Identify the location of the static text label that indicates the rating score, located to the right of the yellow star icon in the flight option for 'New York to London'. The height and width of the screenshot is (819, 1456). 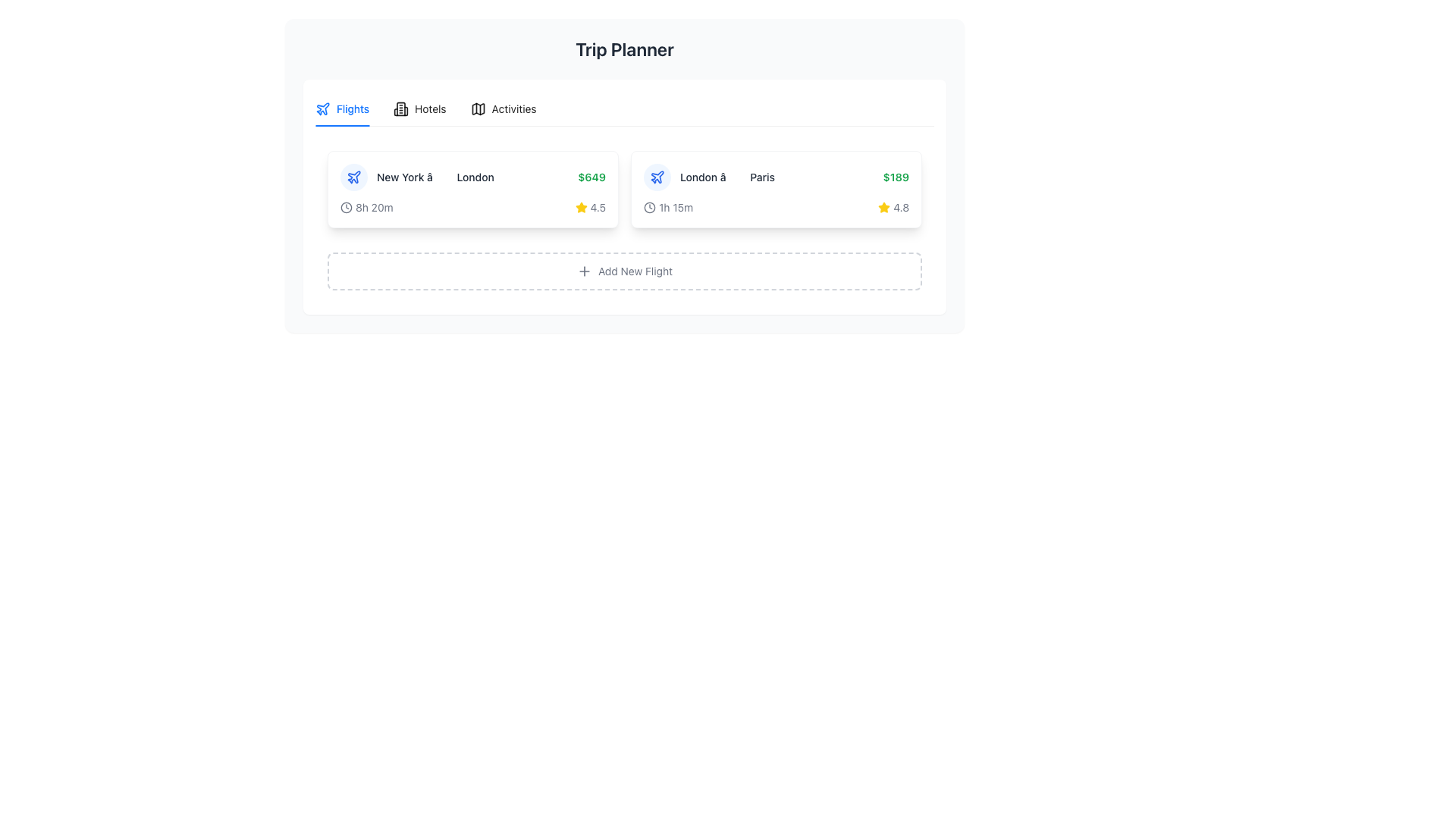
(597, 207).